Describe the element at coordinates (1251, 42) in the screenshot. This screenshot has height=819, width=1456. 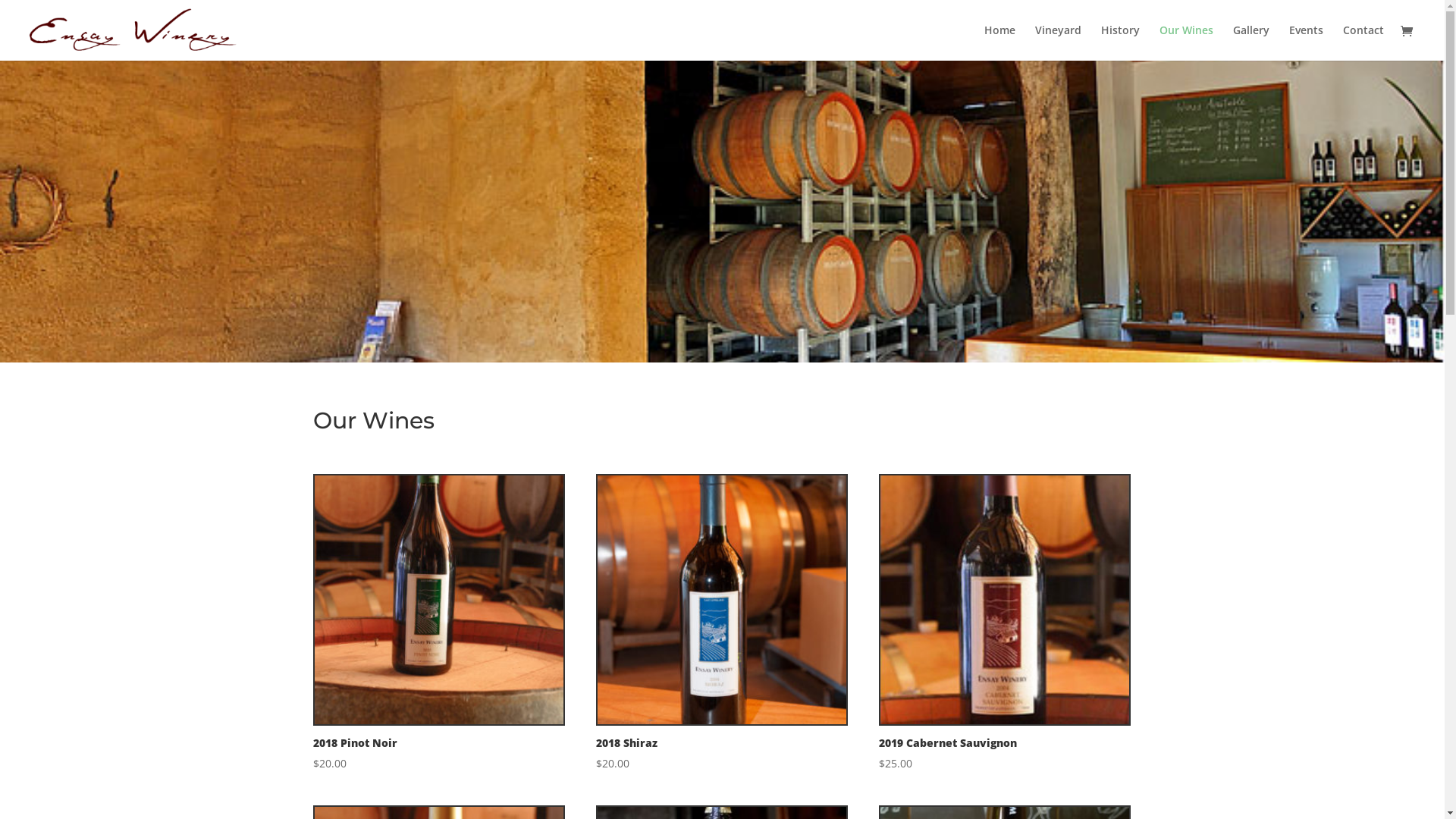
I see `'Gallery'` at that location.